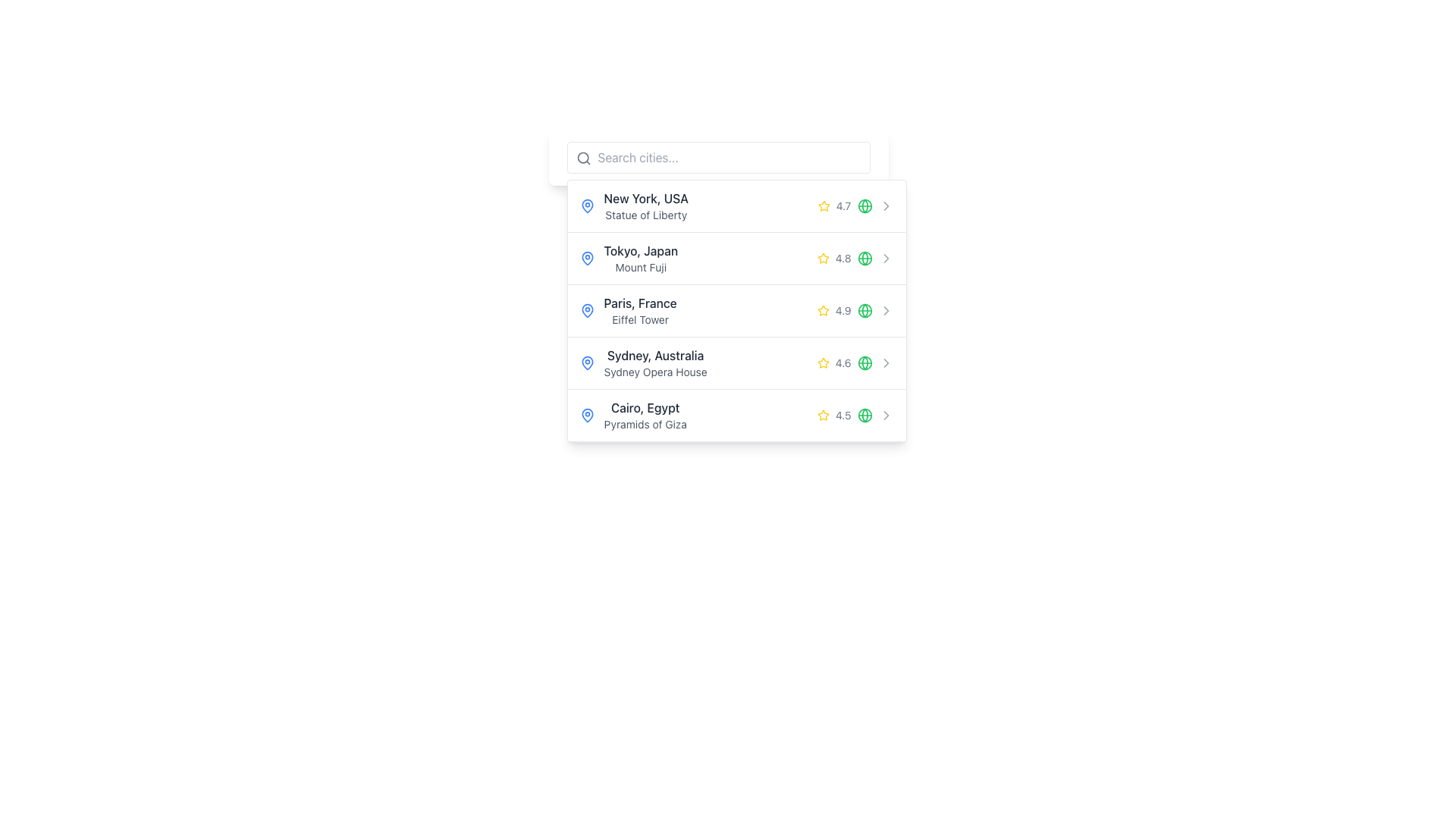  I want to click on the Chevron Right icon indicating navigation for the list item 'New York, USA Statue of Liberty 4.7', so click(886, 206).